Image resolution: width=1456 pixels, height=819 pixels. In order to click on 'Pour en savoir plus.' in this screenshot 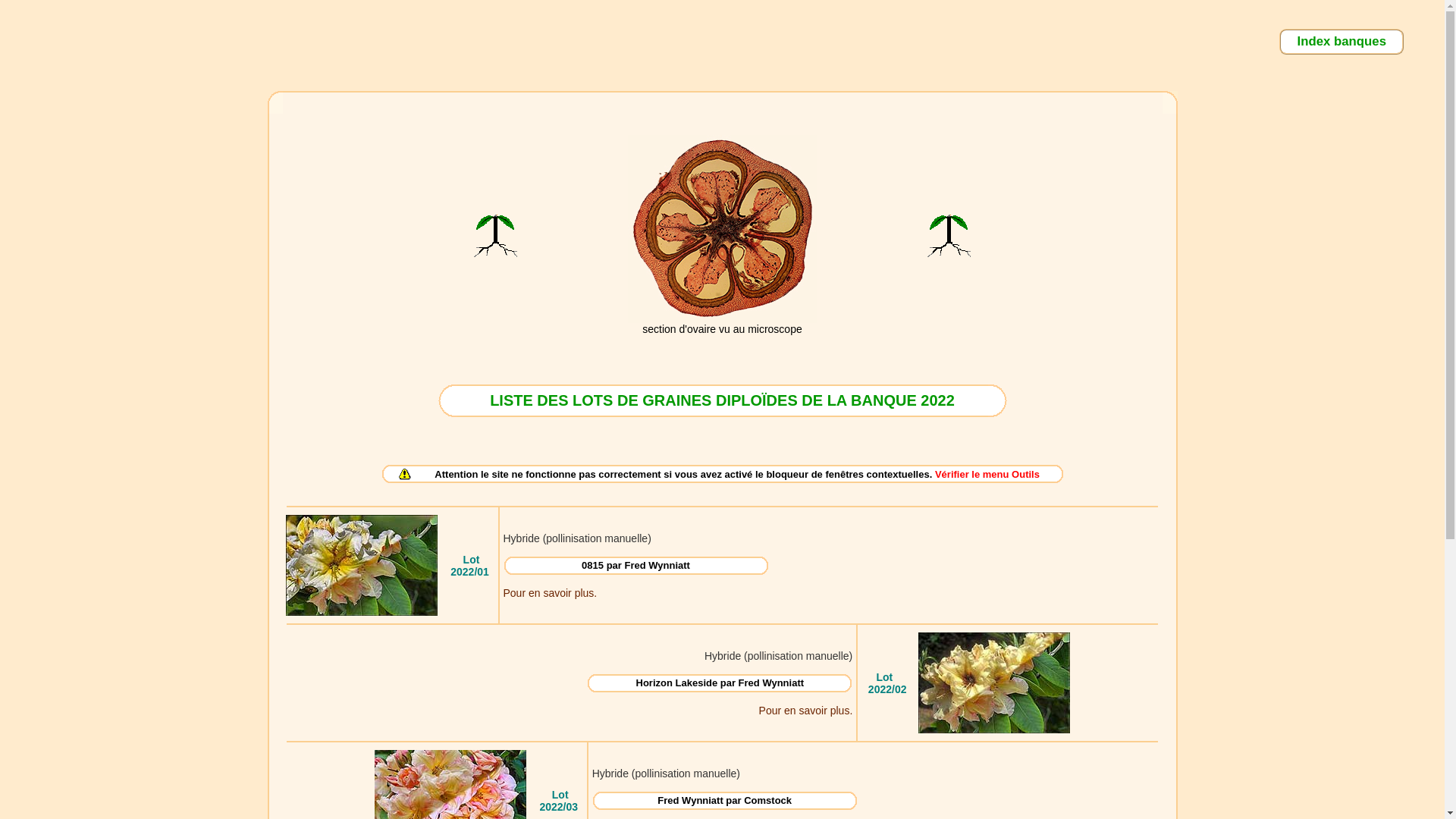, I will do `click(549, 592)`.